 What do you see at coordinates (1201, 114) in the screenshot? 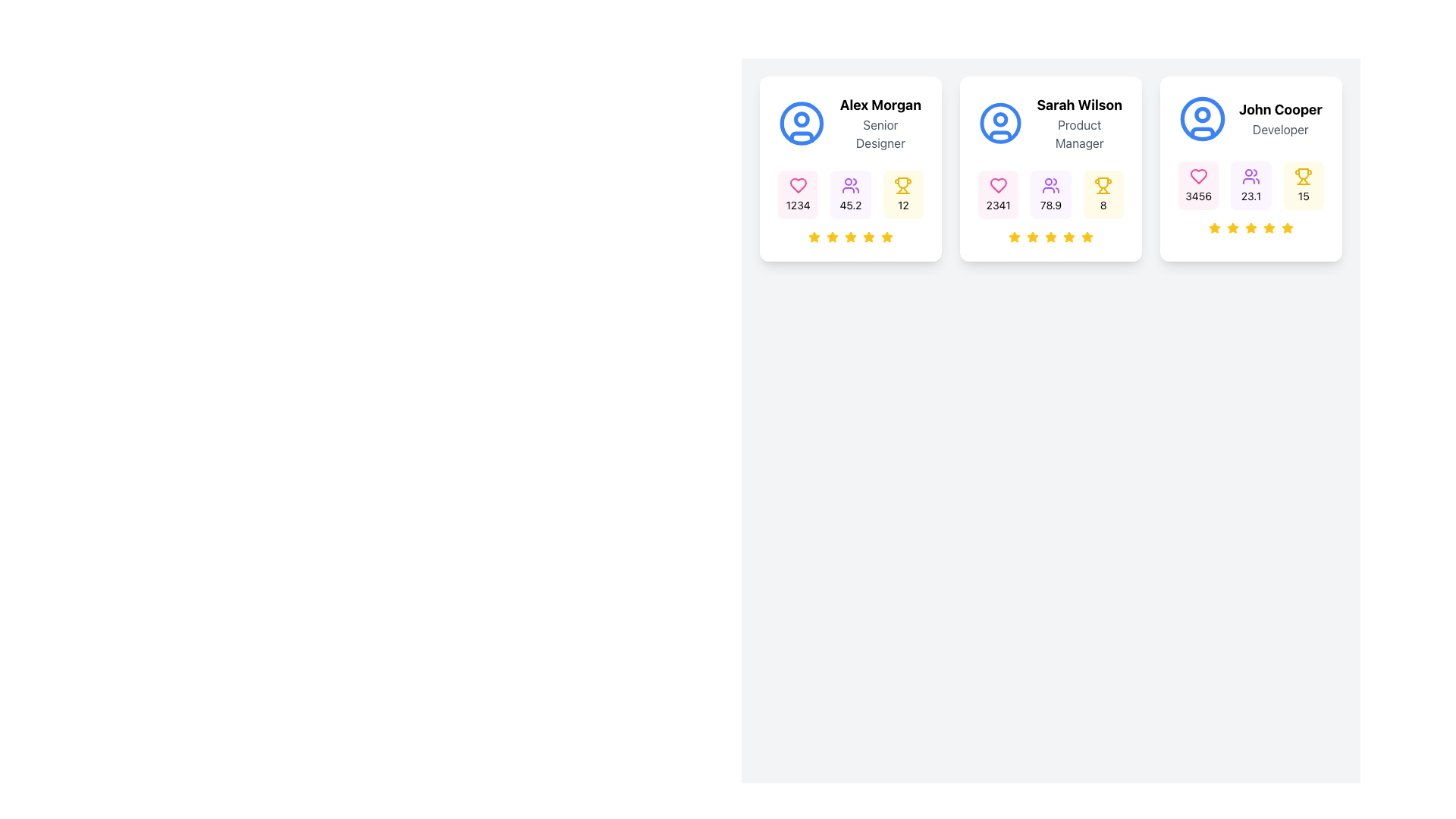
I see `the circular icon (SVG circle element) that is styled in 'currentColor' and positioned near the top of the larger circle within the card labeled 'John Cooper'` at bounding box center [1201, 114].